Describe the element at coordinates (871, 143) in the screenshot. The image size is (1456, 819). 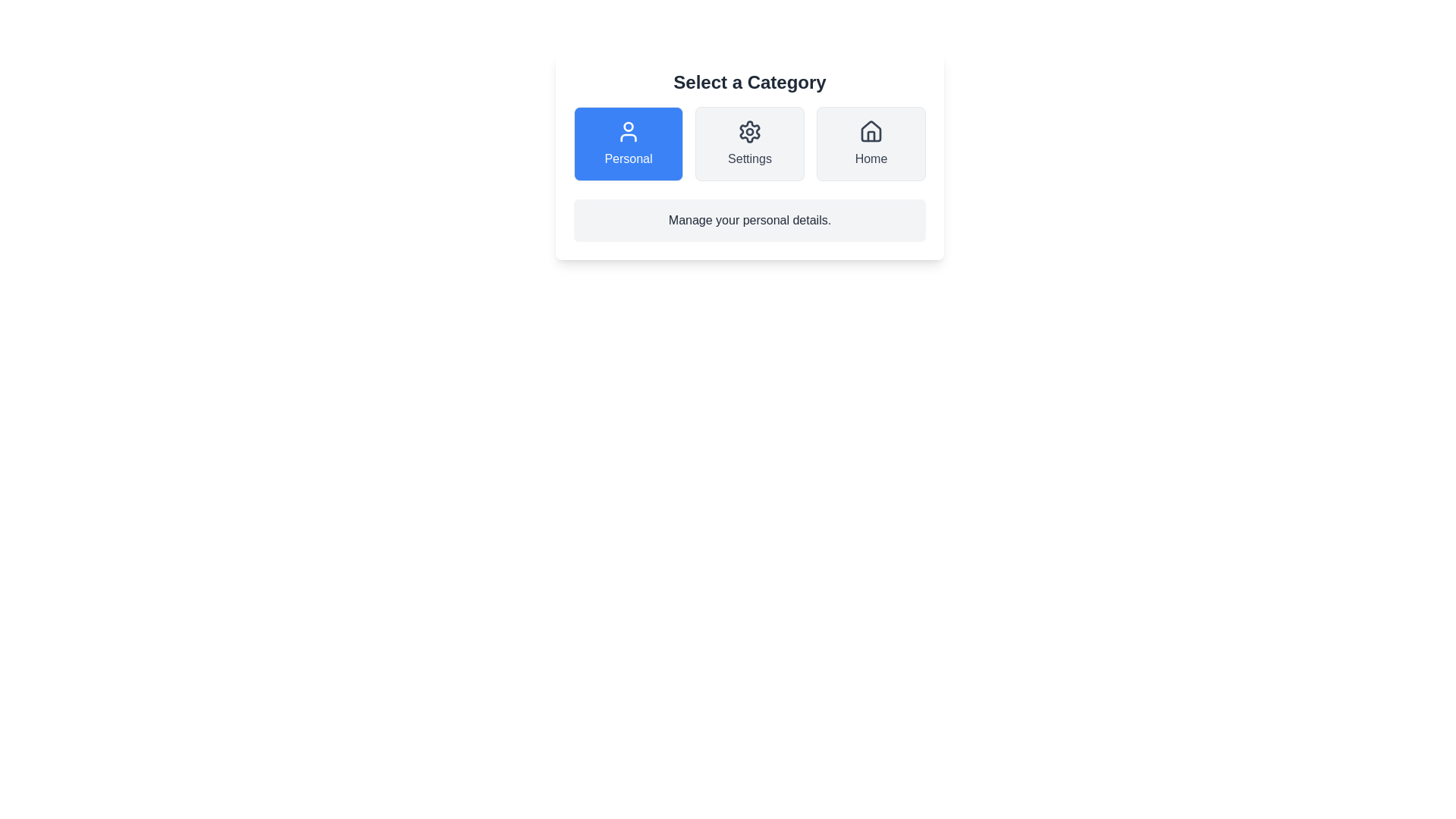
I see `the Home button to observe the hover effect` at that location.